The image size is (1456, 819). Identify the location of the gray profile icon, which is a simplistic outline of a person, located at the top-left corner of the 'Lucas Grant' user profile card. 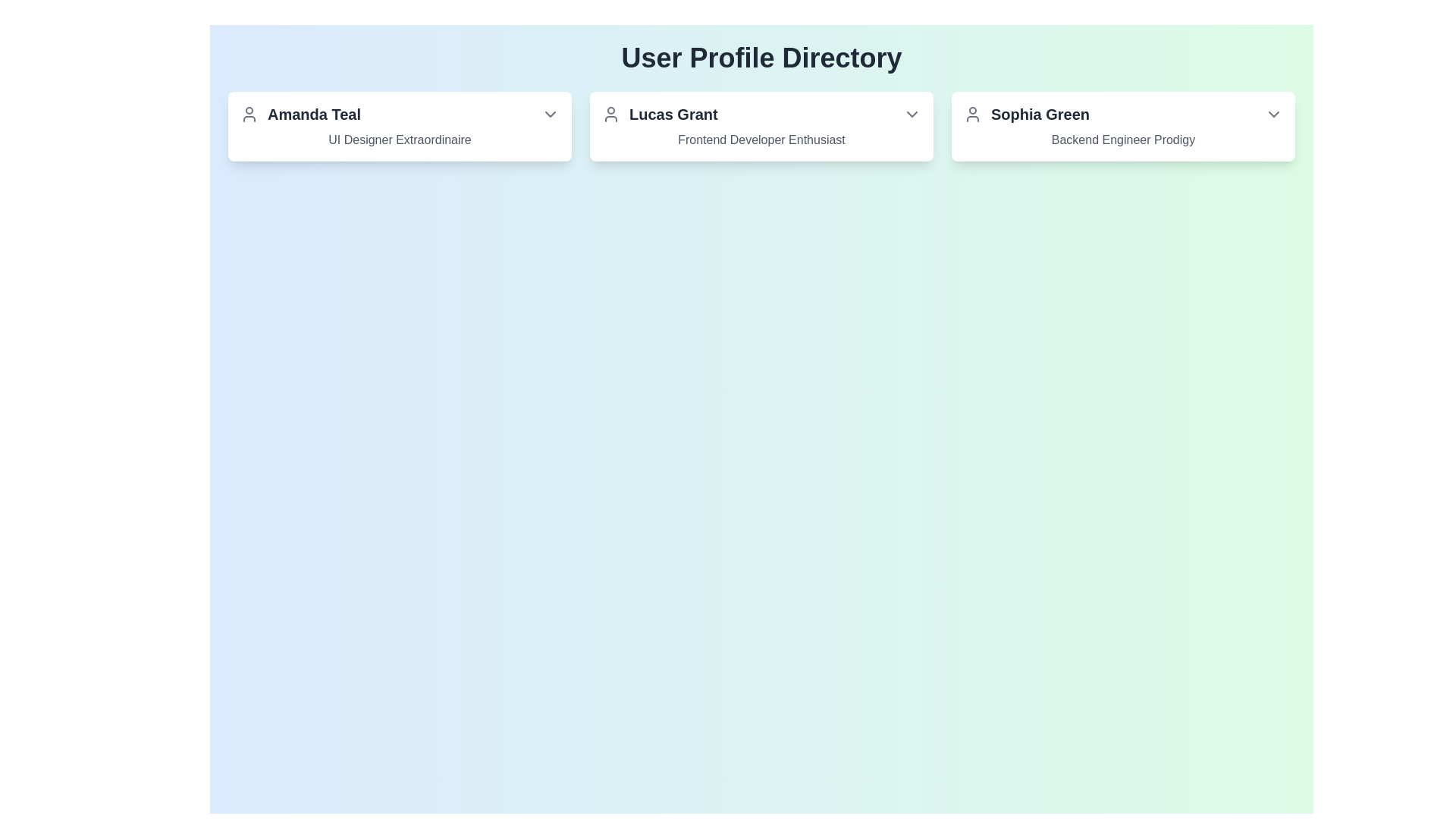
(611, 113).